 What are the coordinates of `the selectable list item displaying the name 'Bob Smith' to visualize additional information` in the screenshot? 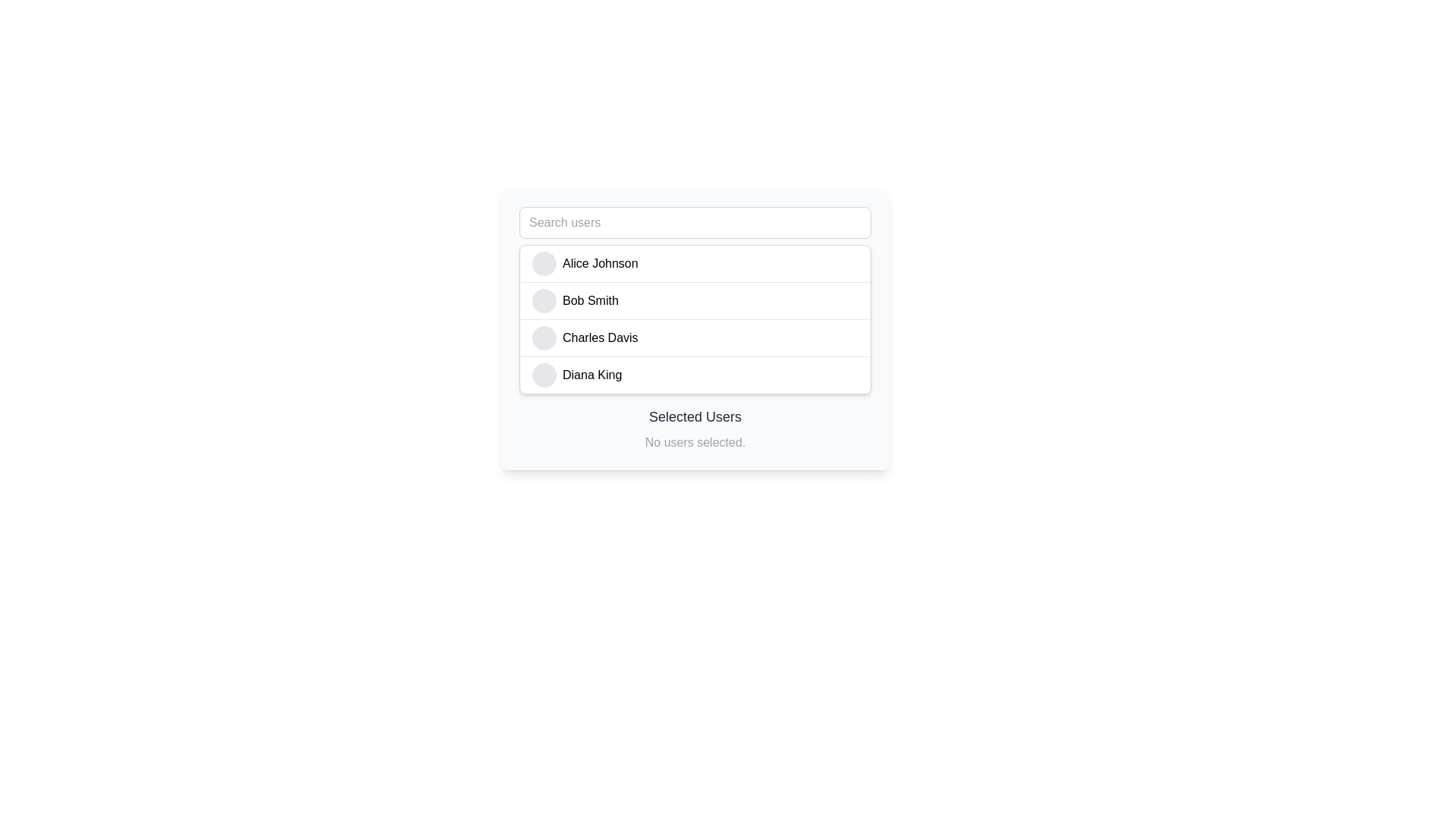 It's located at (694, 300).